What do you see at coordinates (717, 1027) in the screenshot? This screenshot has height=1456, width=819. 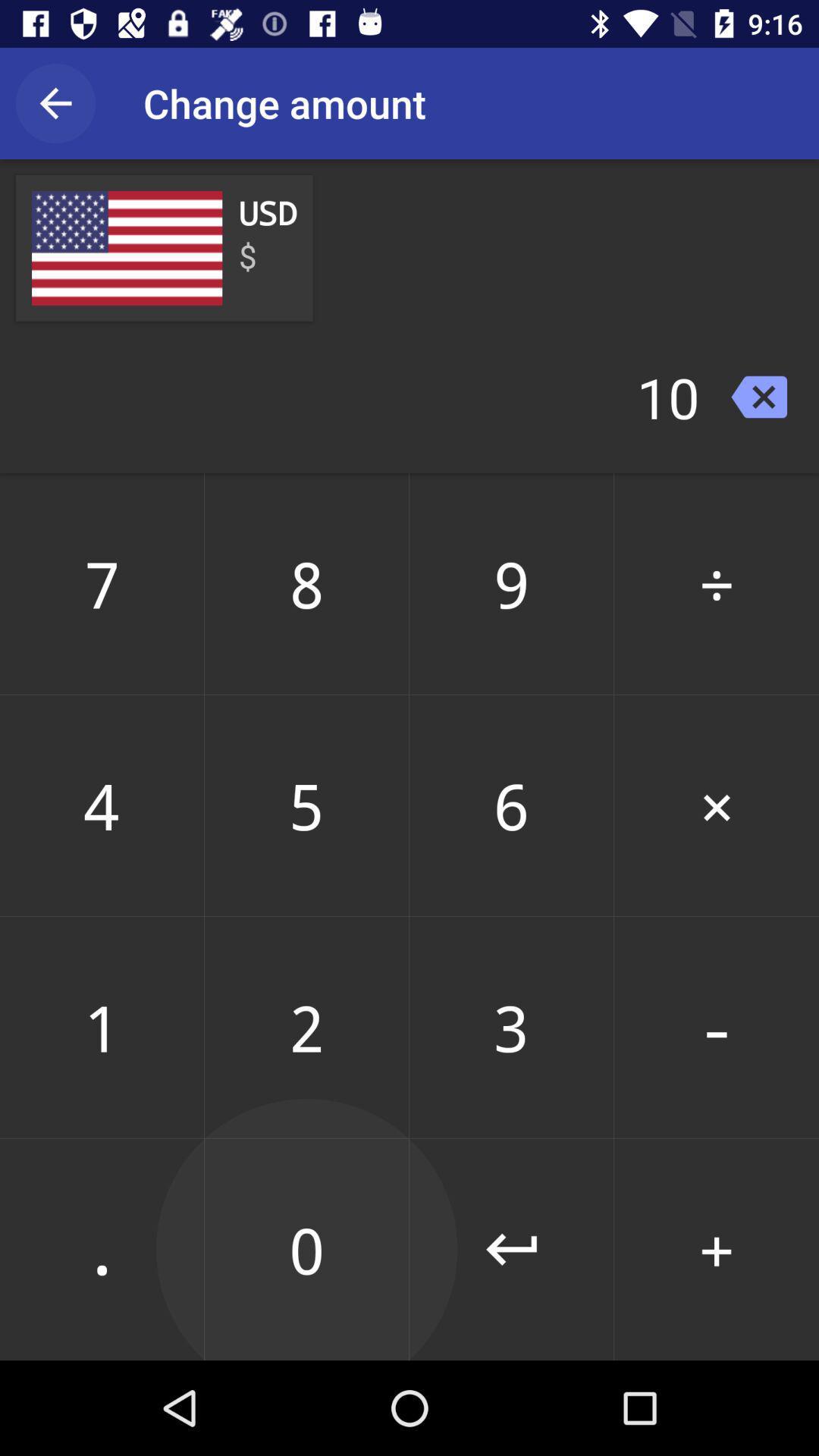 I see `the icon below 6 item` at bounding box center [717, 1027].